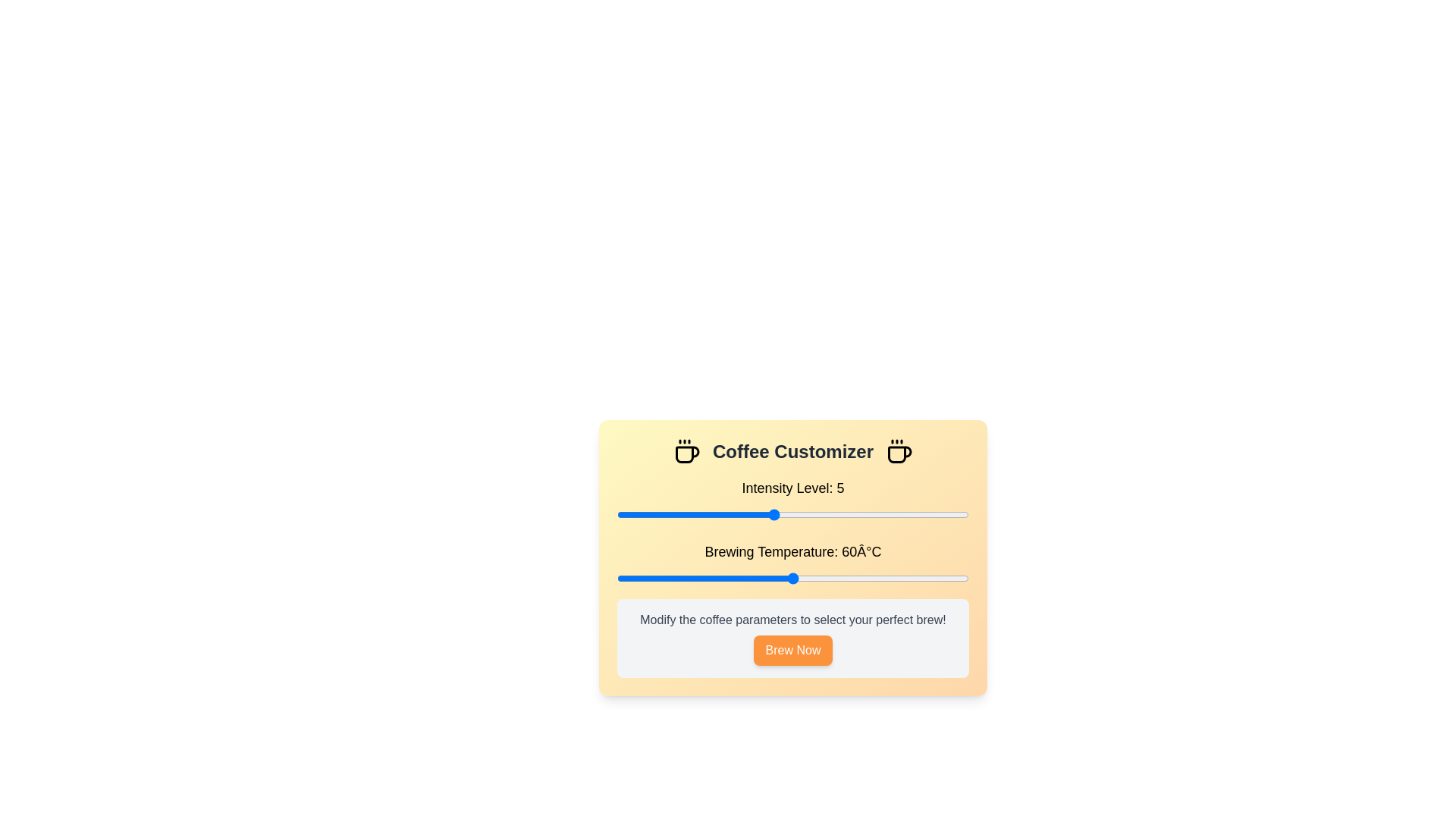  Describe the element at coordinates (852, 513) in the screenshot. I see `the coffee intensity level to 7 by interacting with the slider` at that location.